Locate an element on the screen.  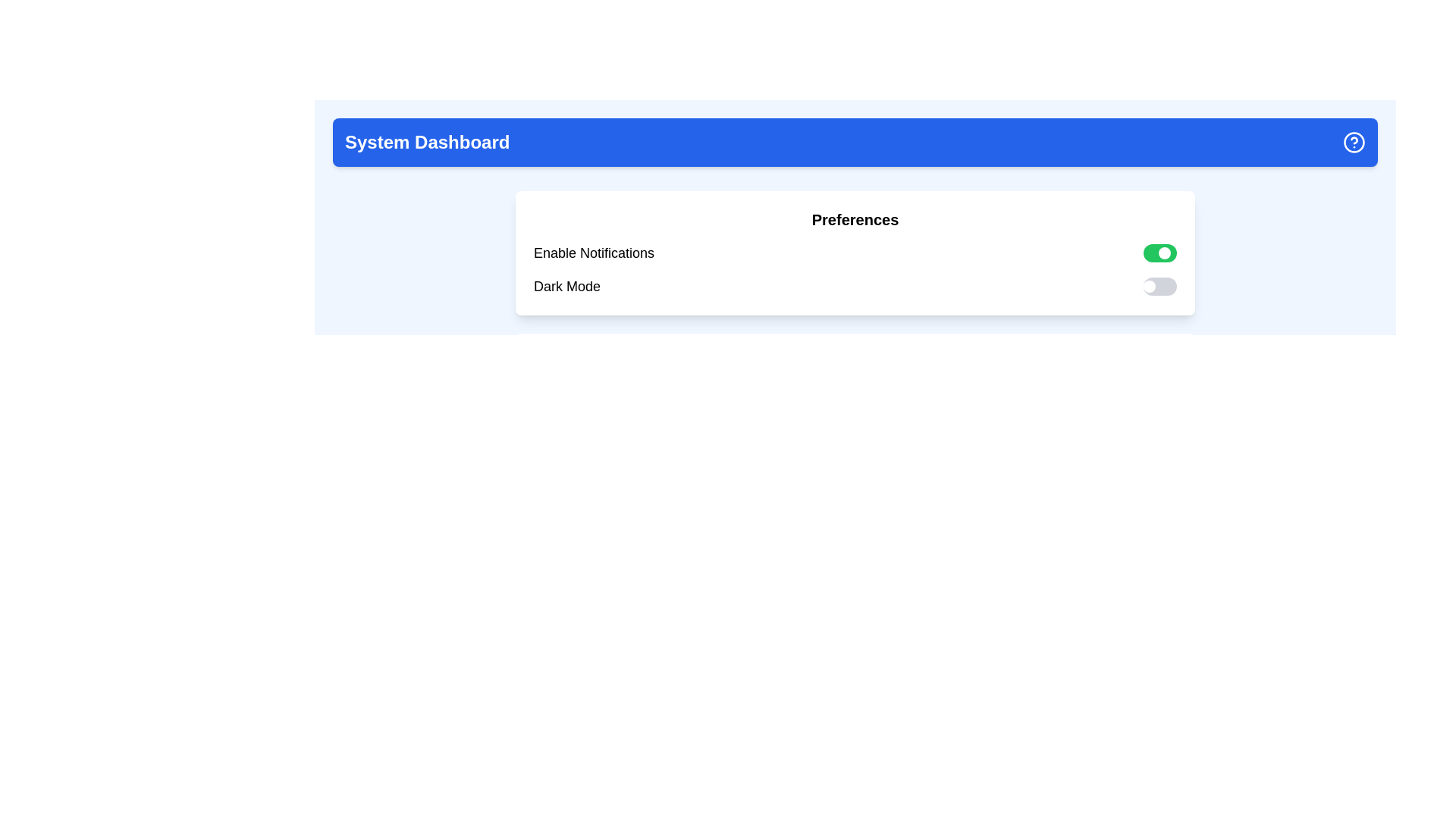
the toggle switch for 'Enable Notifications', which is a rectangular switch with a green background and a circular white handle on the right side, indicating the 'on' state is located at coordinates (1159, 253).